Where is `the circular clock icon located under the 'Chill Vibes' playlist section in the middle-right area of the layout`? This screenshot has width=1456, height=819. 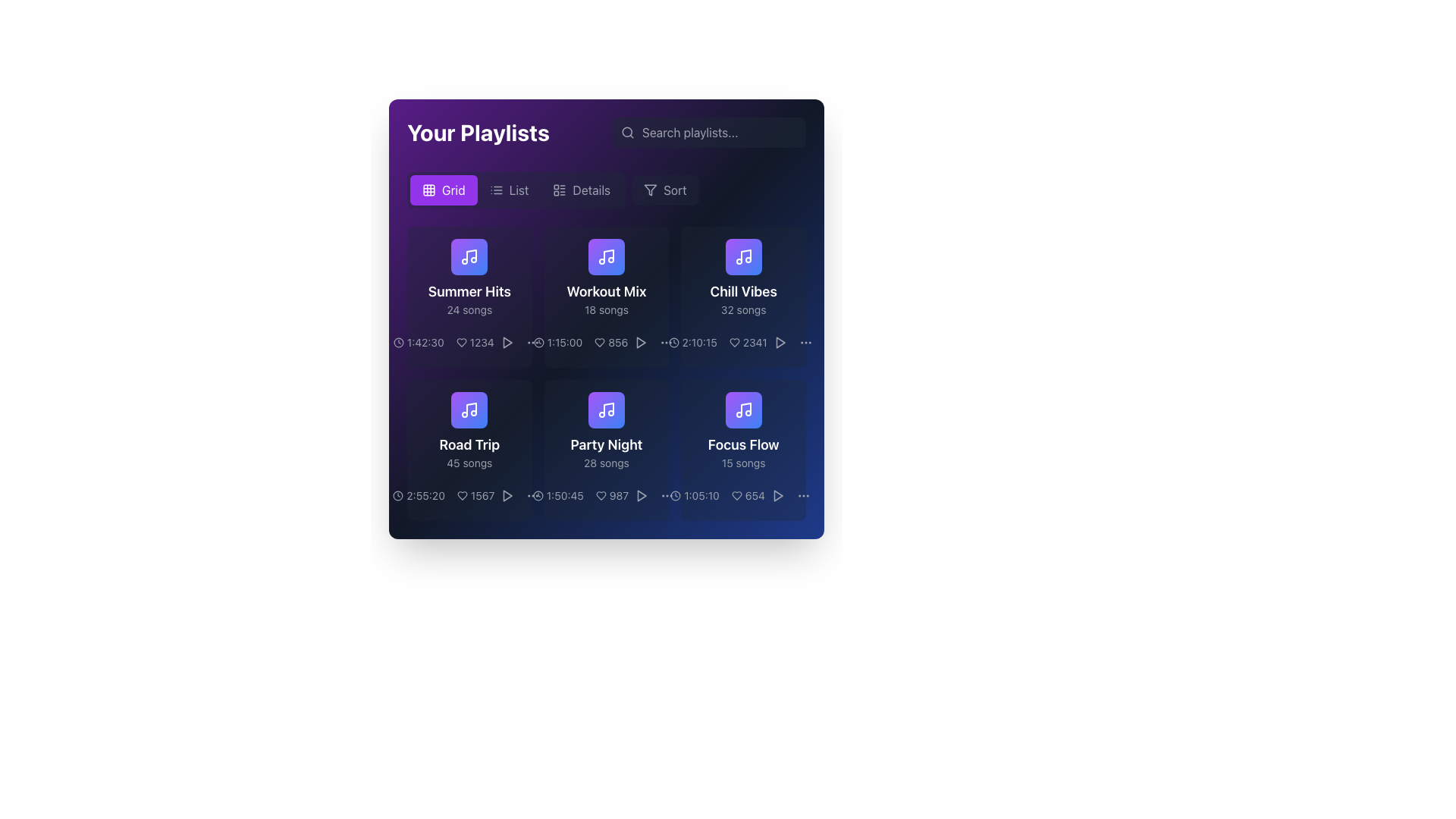 the circular clock icon located under the 'Chill Vibes' playlist section in the middle-right area of the layout is located at coordinates (673, 342).